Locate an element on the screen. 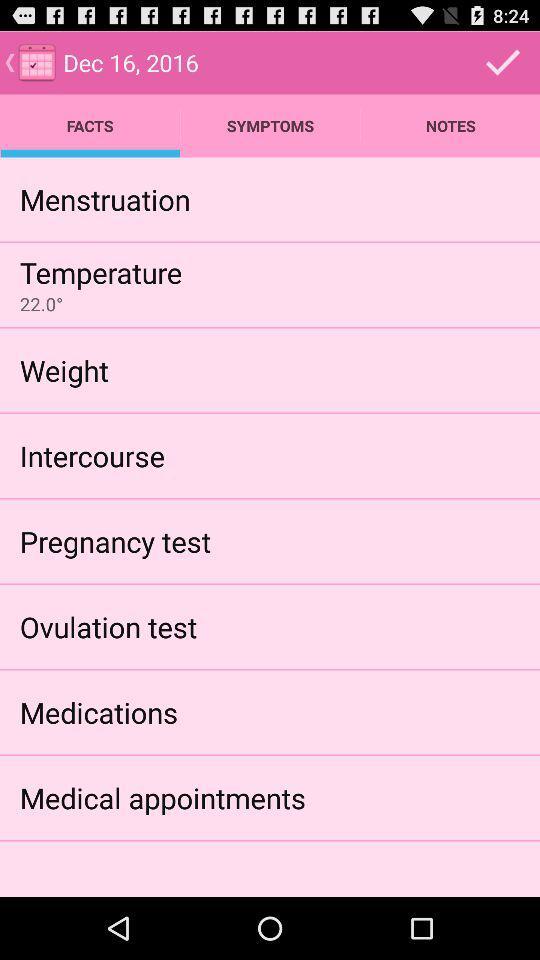  okay and/or save option s is located at coordinates (502, 62).